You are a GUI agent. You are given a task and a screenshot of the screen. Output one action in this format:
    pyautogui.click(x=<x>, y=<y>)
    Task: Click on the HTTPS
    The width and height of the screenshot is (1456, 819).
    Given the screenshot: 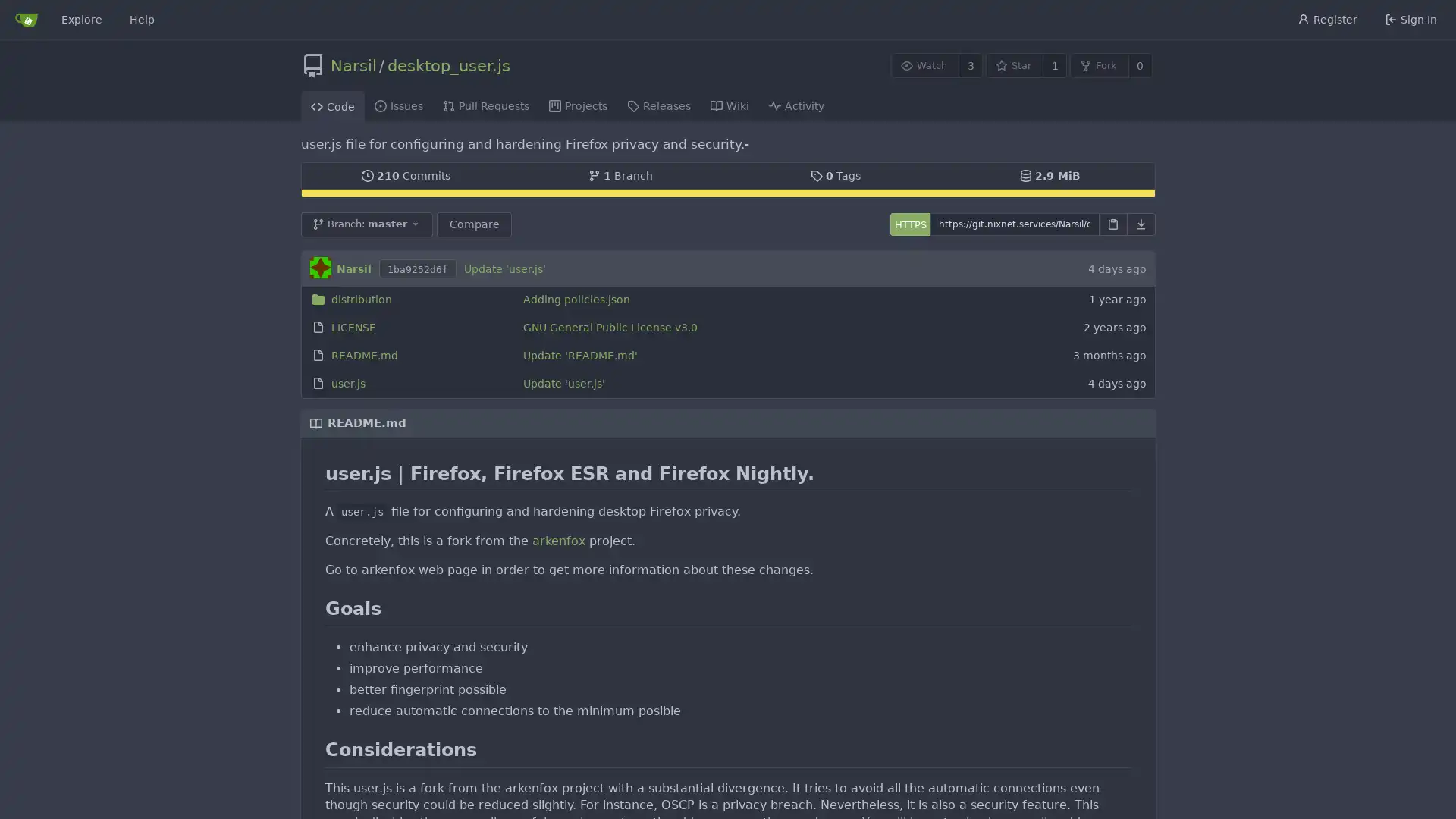 What is the action you would take?
    pyautogui.click(x=909, y=224)
    